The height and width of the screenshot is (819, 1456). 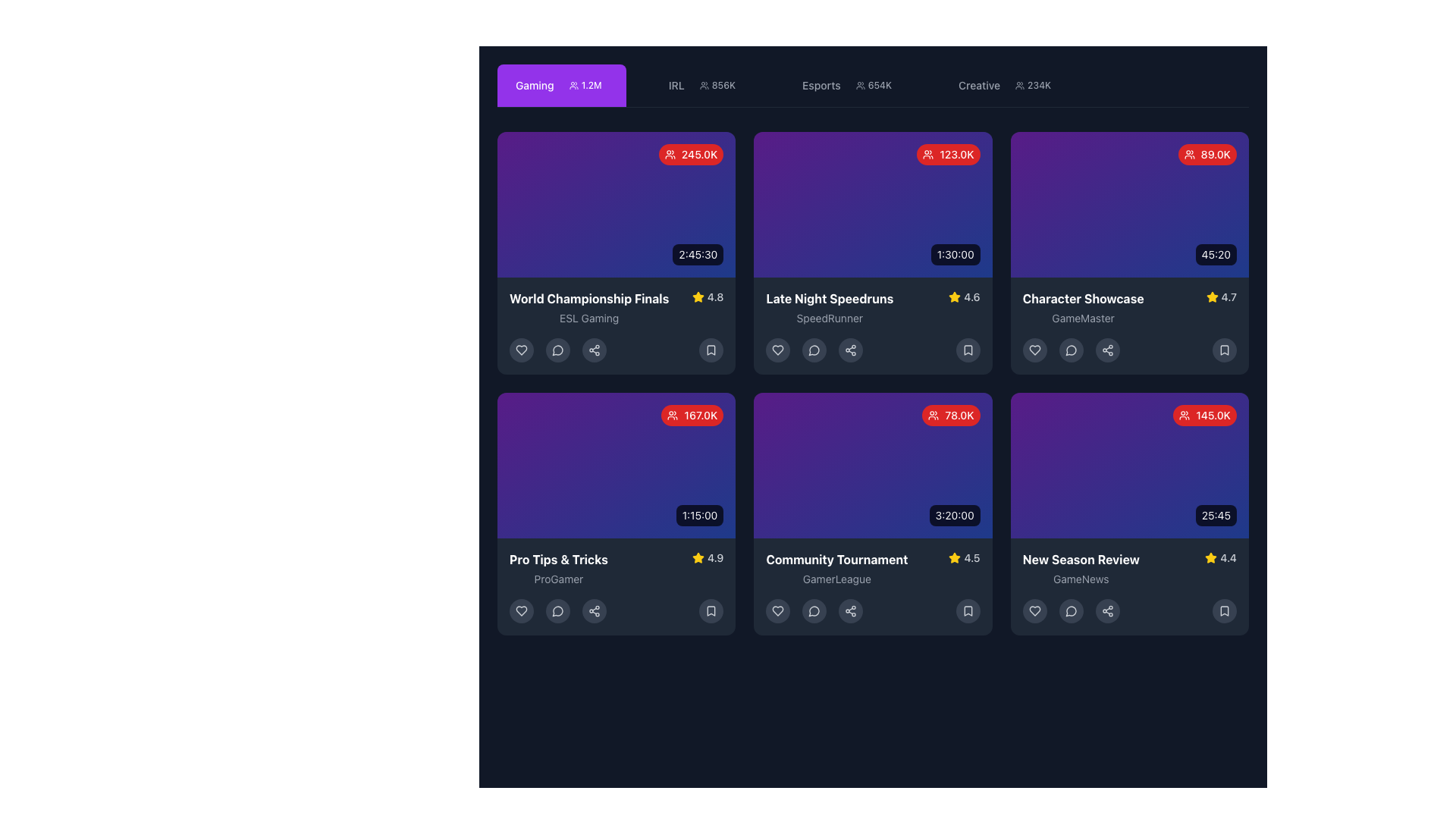 I want to click on displayed numeric value from the badge located in the top-right corner of the 'Pro Tips & Tricks' card, so click(x=692, y=415).